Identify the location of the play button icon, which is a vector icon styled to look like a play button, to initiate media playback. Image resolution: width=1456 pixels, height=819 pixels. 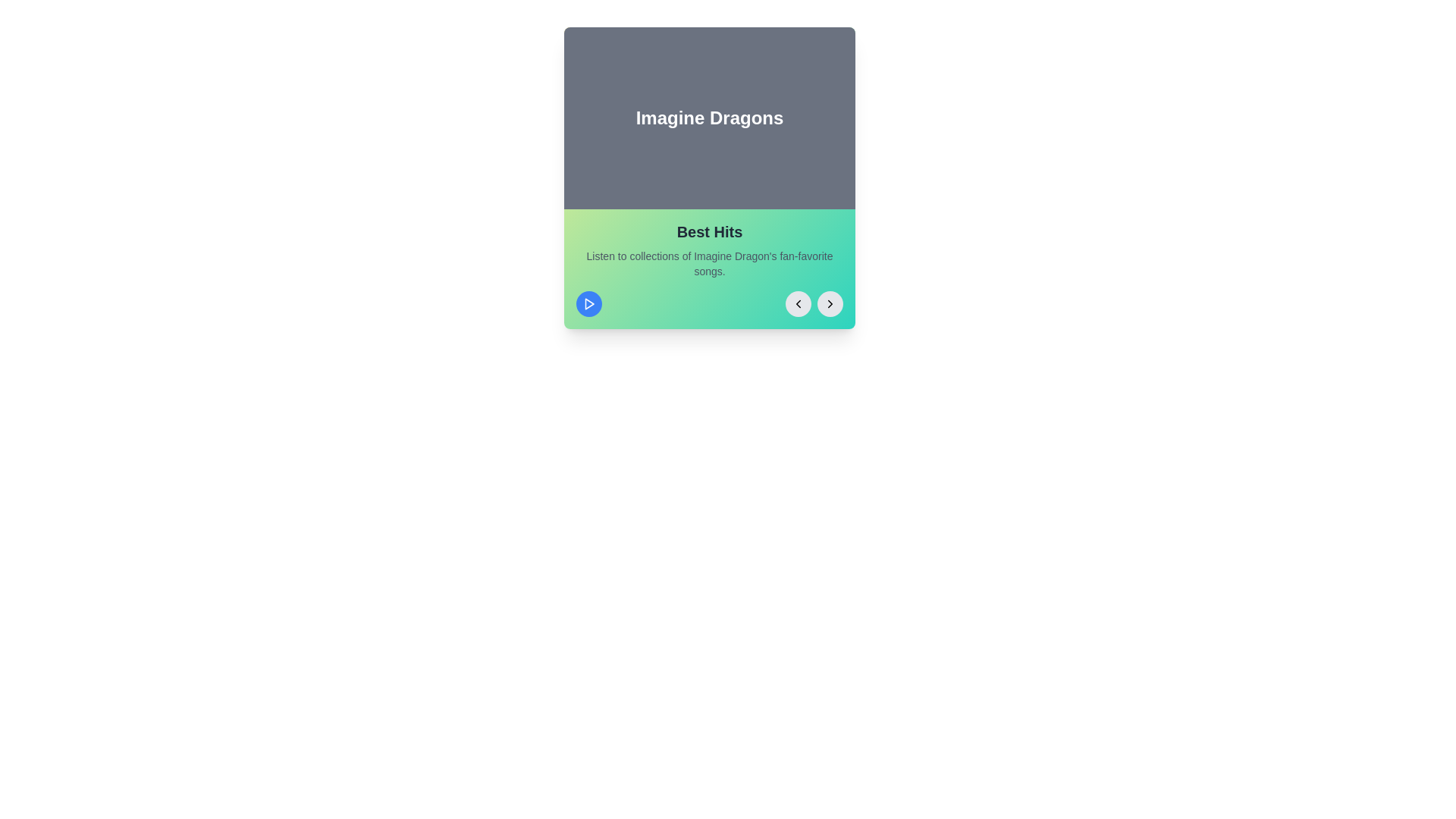
(588, 304).